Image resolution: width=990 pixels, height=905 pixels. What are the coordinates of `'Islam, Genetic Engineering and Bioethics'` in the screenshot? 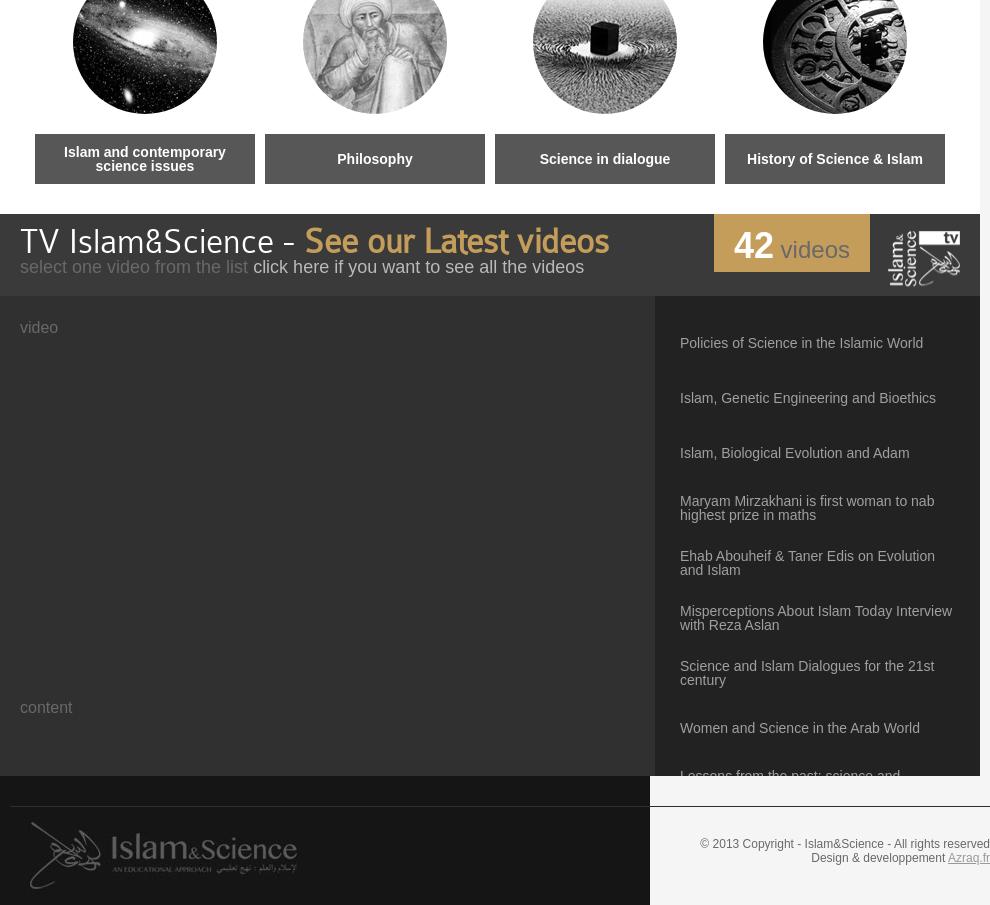 It's located at (807, 397).